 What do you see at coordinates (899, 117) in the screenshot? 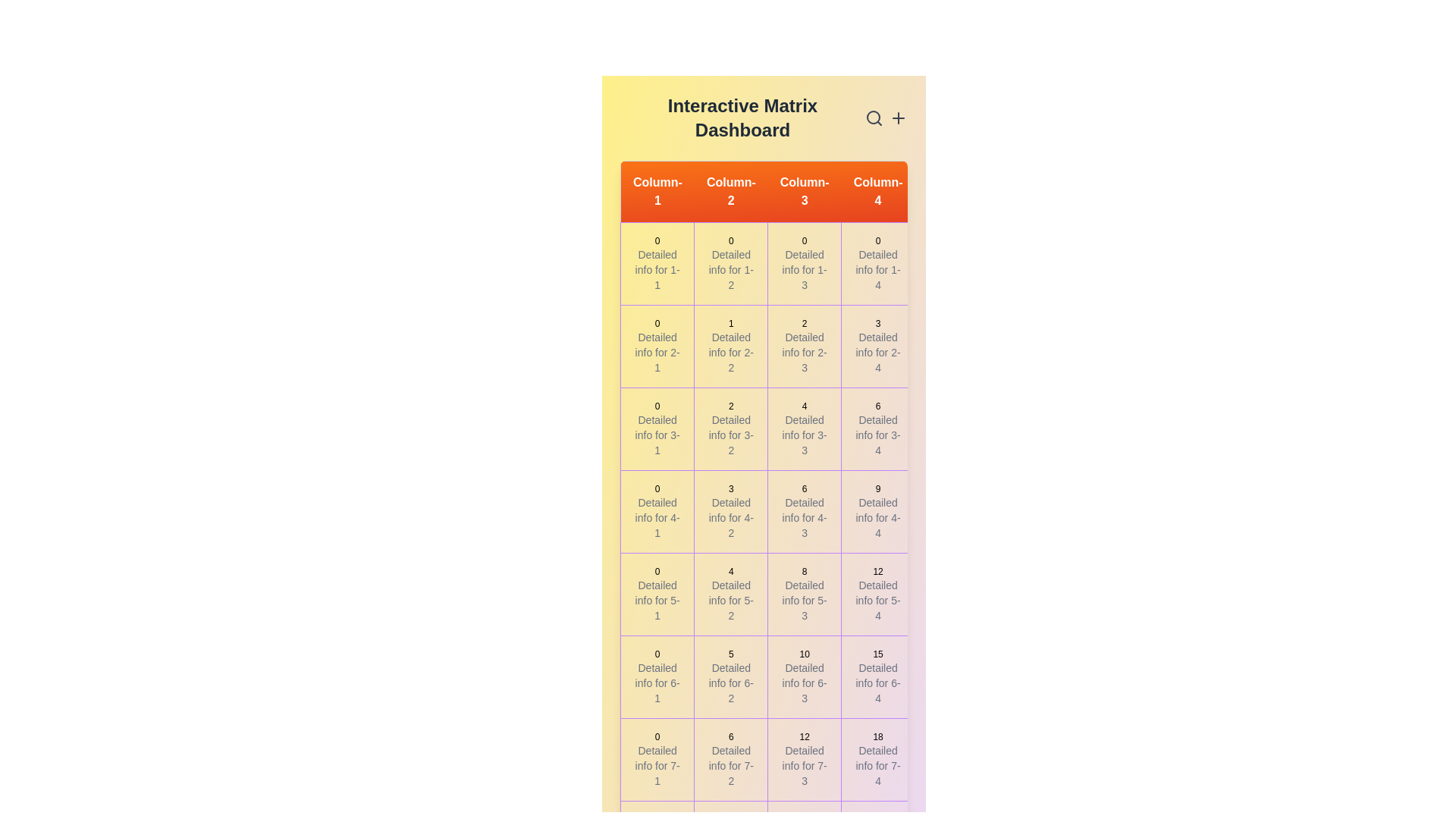
I see `the plus button in the header of the ColorfulMatrixTable component` at bounding box center [899, 117].